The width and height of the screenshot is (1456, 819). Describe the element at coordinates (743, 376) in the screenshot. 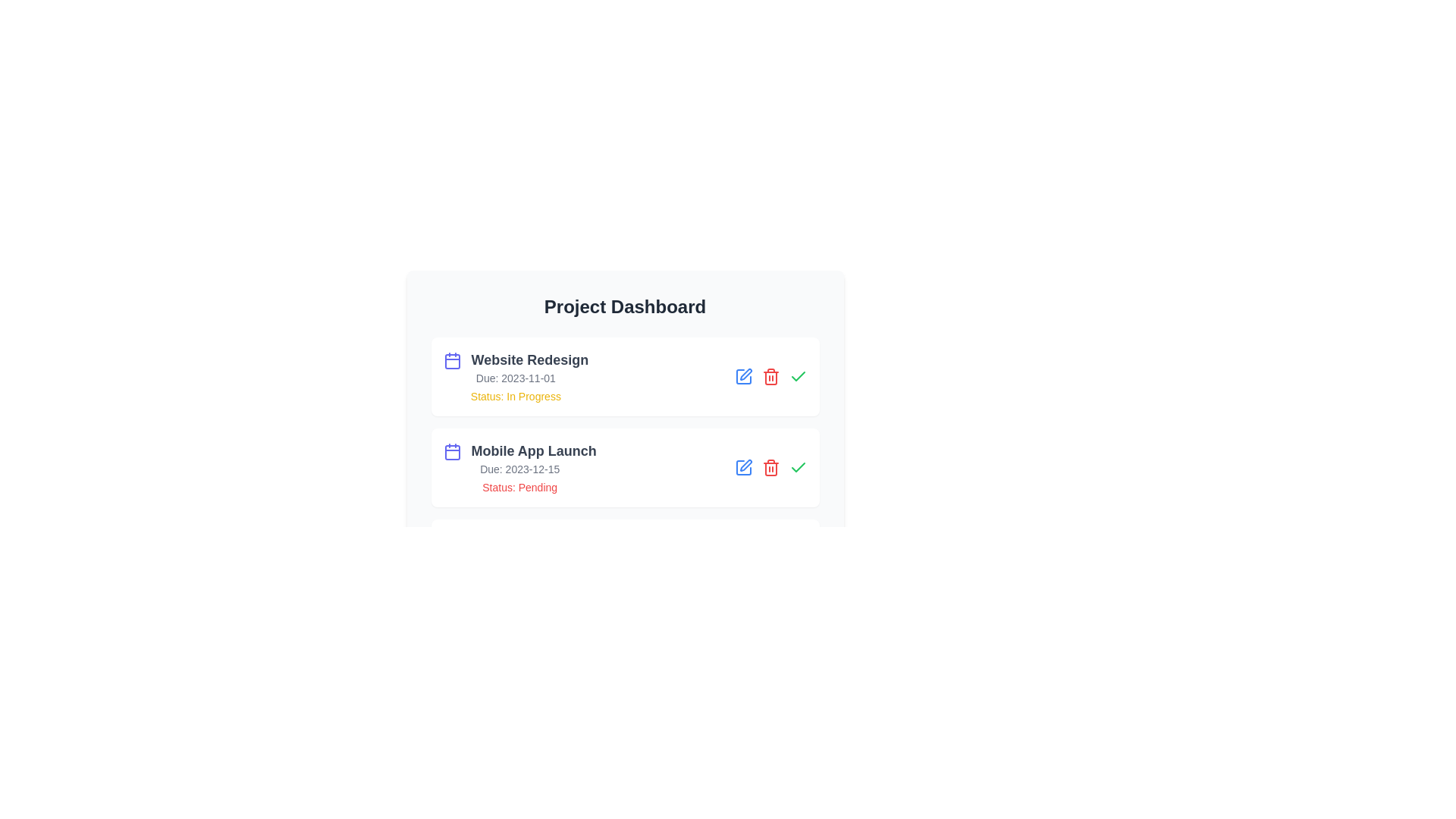

I see `the edit button for the project Website Redesign` at that location.